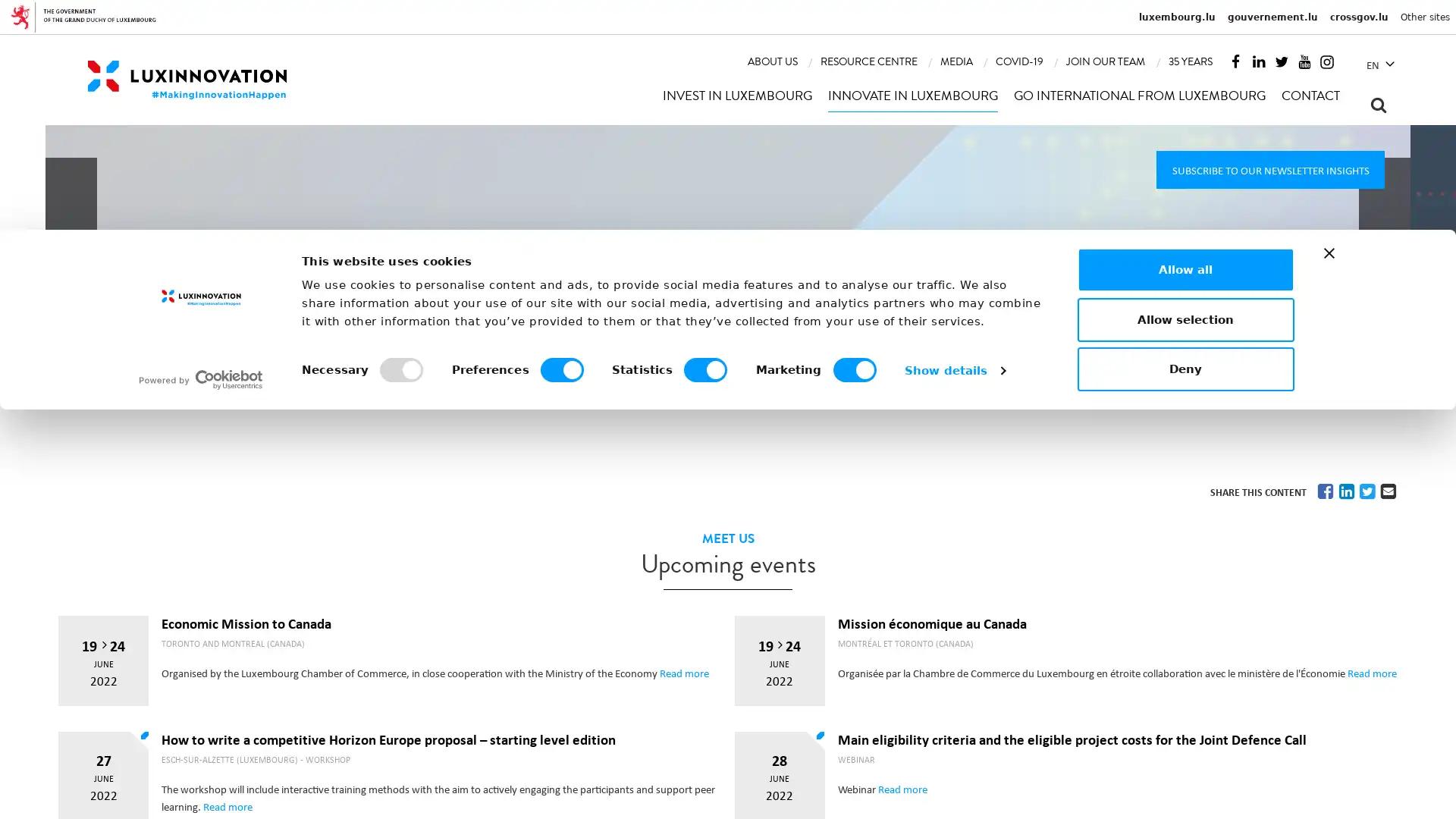 Image resolution: width=1456 pixels, height=819 pixels. What do you see at coordinates (1185, 778) in the screenshot?
I see `Deny` at bounding box center [1185, 778].